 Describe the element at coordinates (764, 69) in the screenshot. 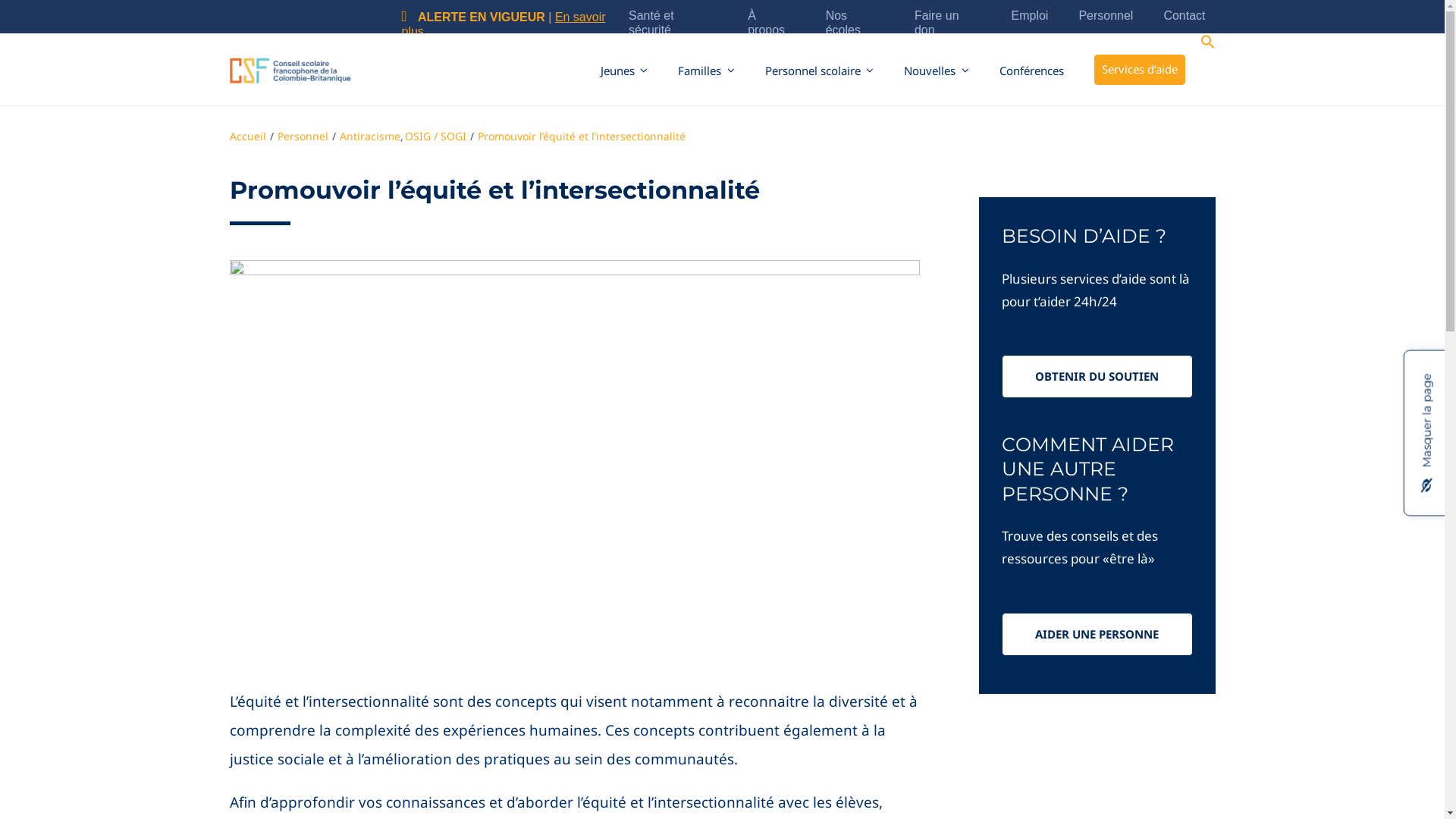

I see `'Personnel scolaire'` at that location.